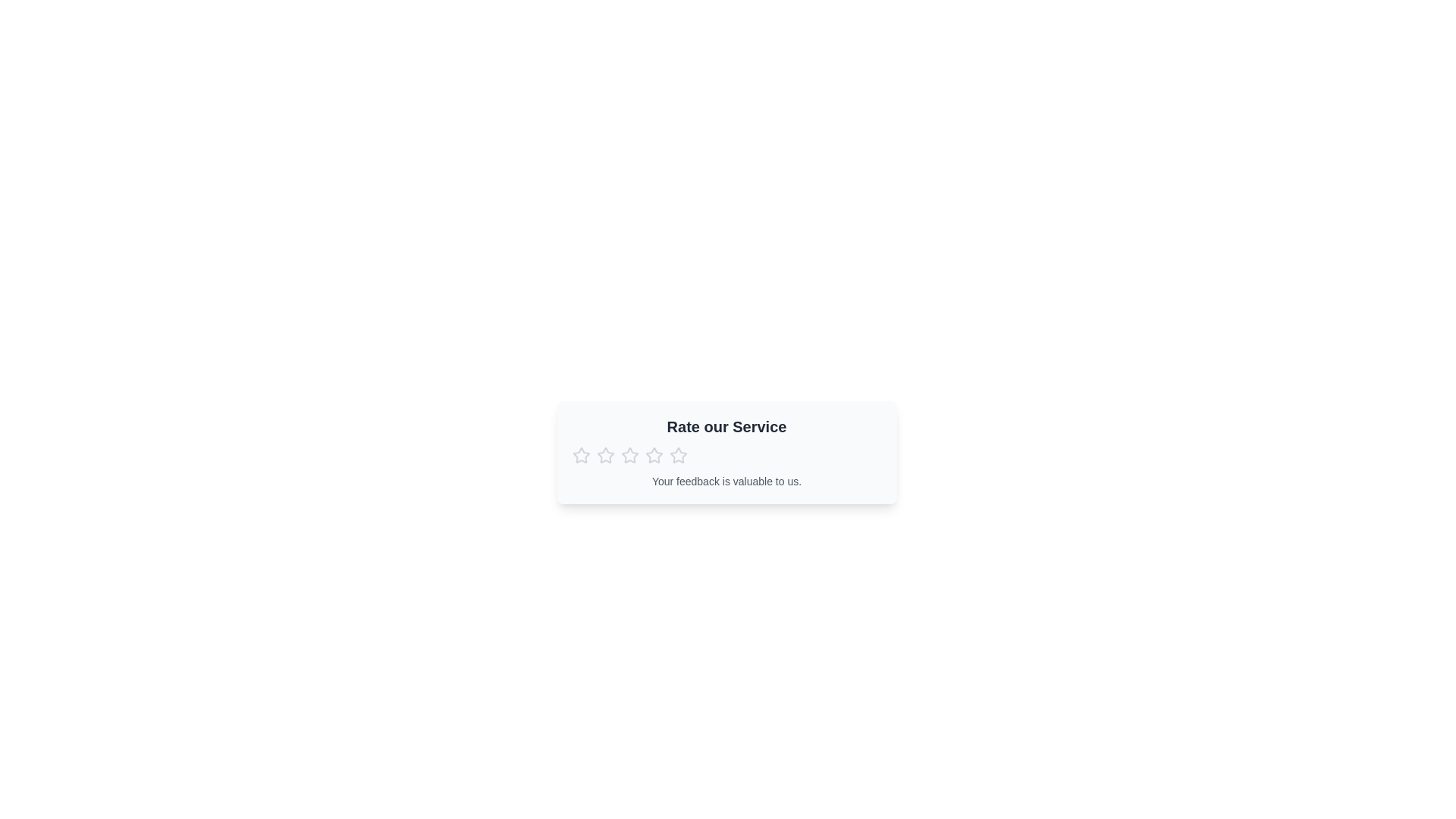 The height and width of the screenshot is (819, 1456). I want to click on the fourth star icon in the rating component, so click(654, 455).